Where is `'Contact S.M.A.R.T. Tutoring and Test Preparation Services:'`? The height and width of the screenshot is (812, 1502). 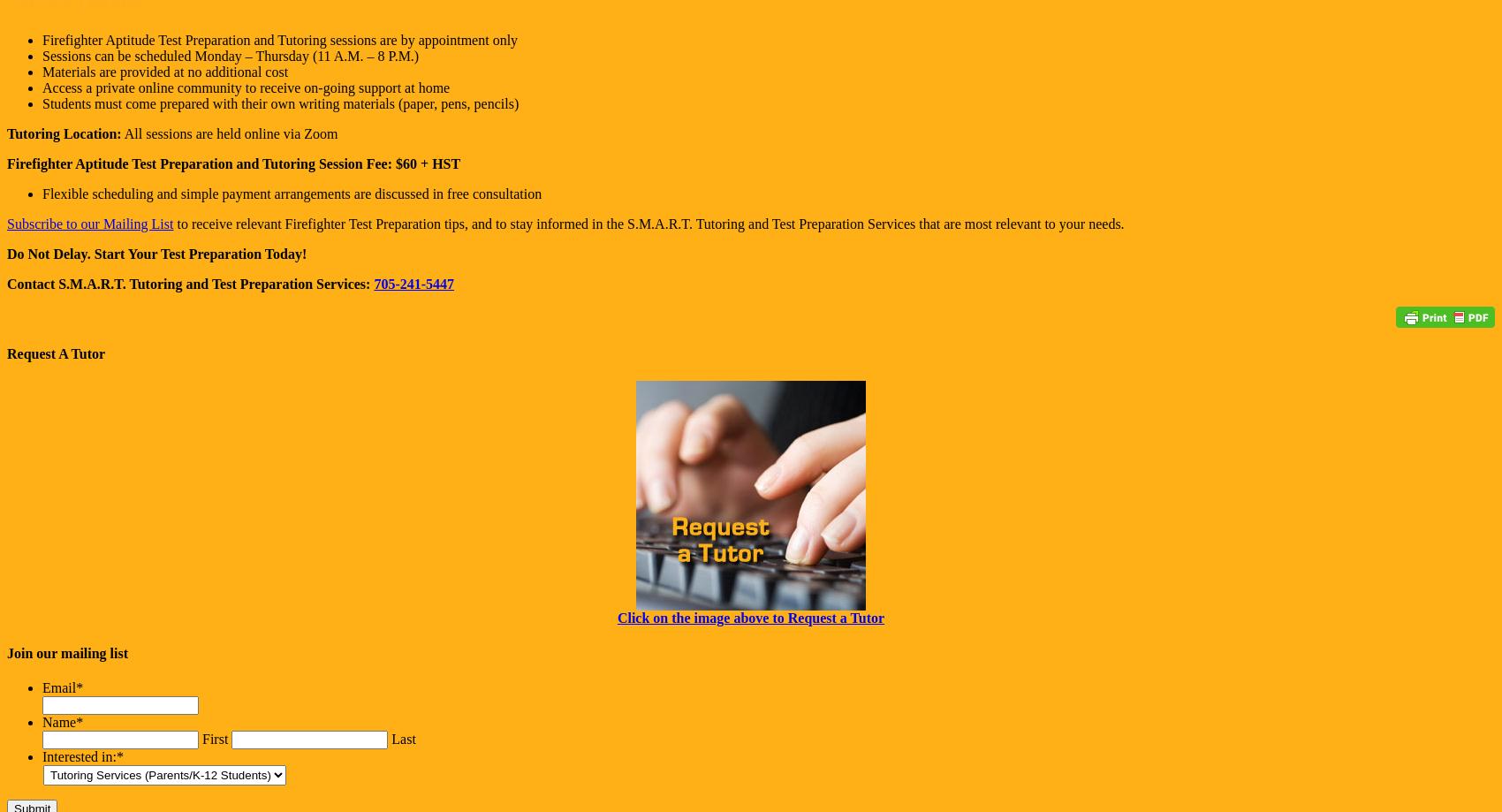
'Contact S.M.A.R.T. Tutoring and Test Preparation Services:' is located at coordinates (190, 282).